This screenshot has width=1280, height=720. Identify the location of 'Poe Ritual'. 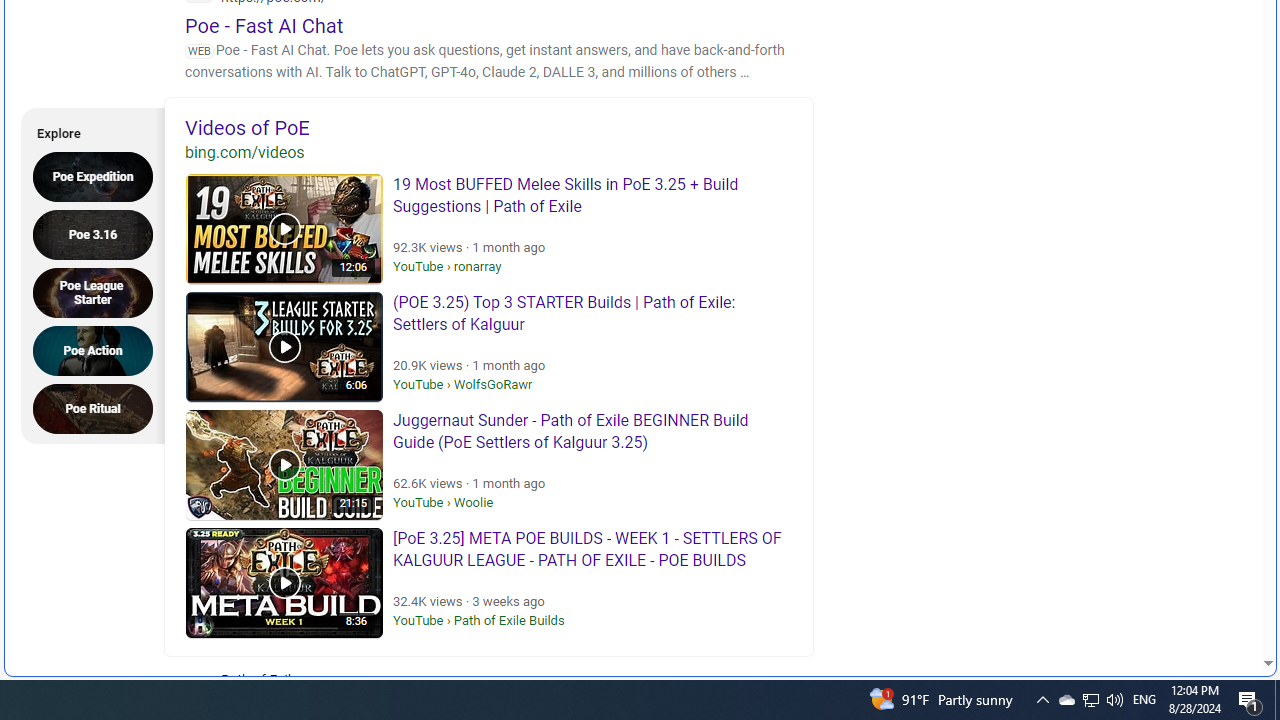
(98, 407).